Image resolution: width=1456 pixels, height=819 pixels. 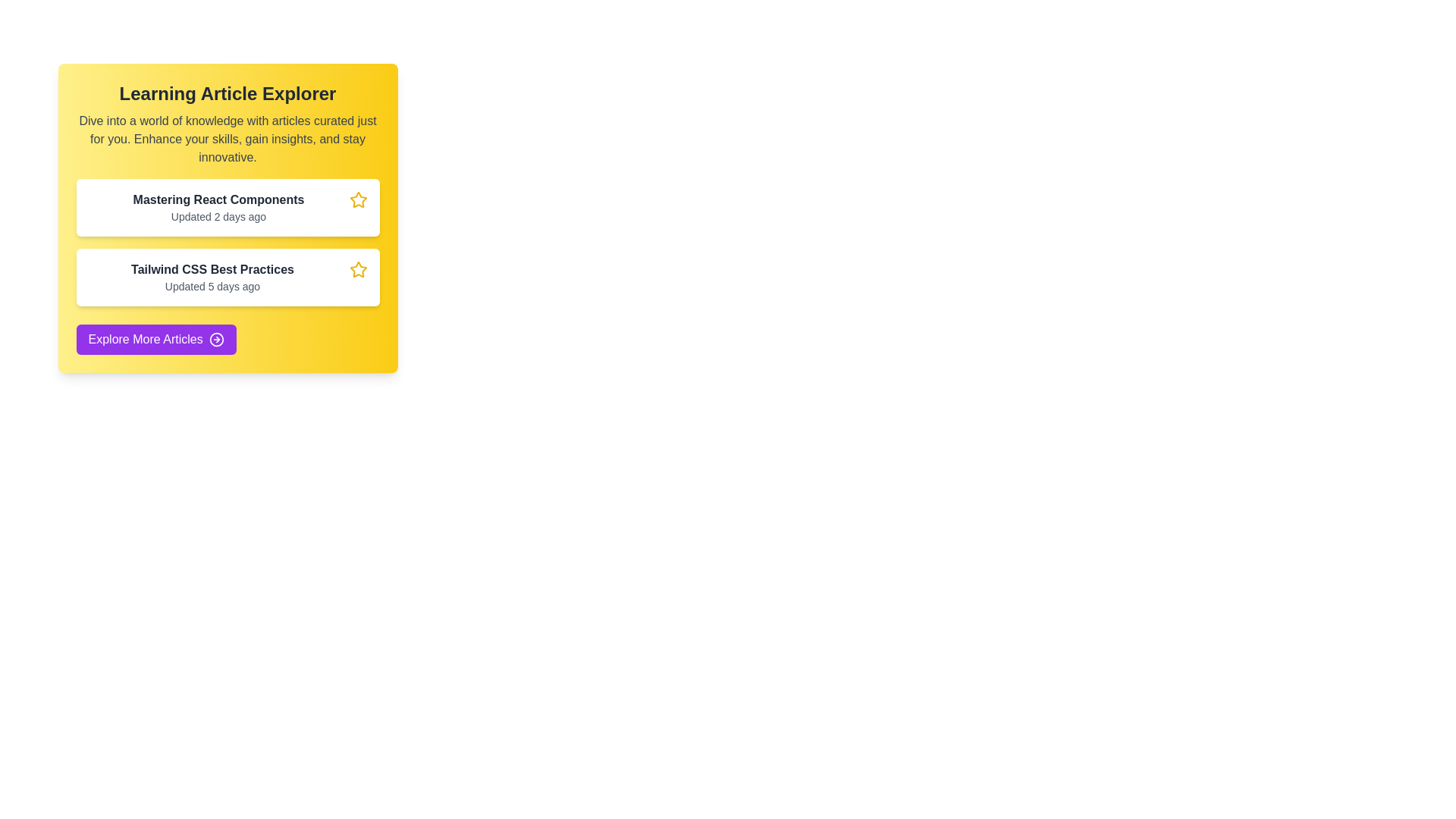 I want to click on the text display for the article title 'Mastering React Components', so click(x=218, y=199).